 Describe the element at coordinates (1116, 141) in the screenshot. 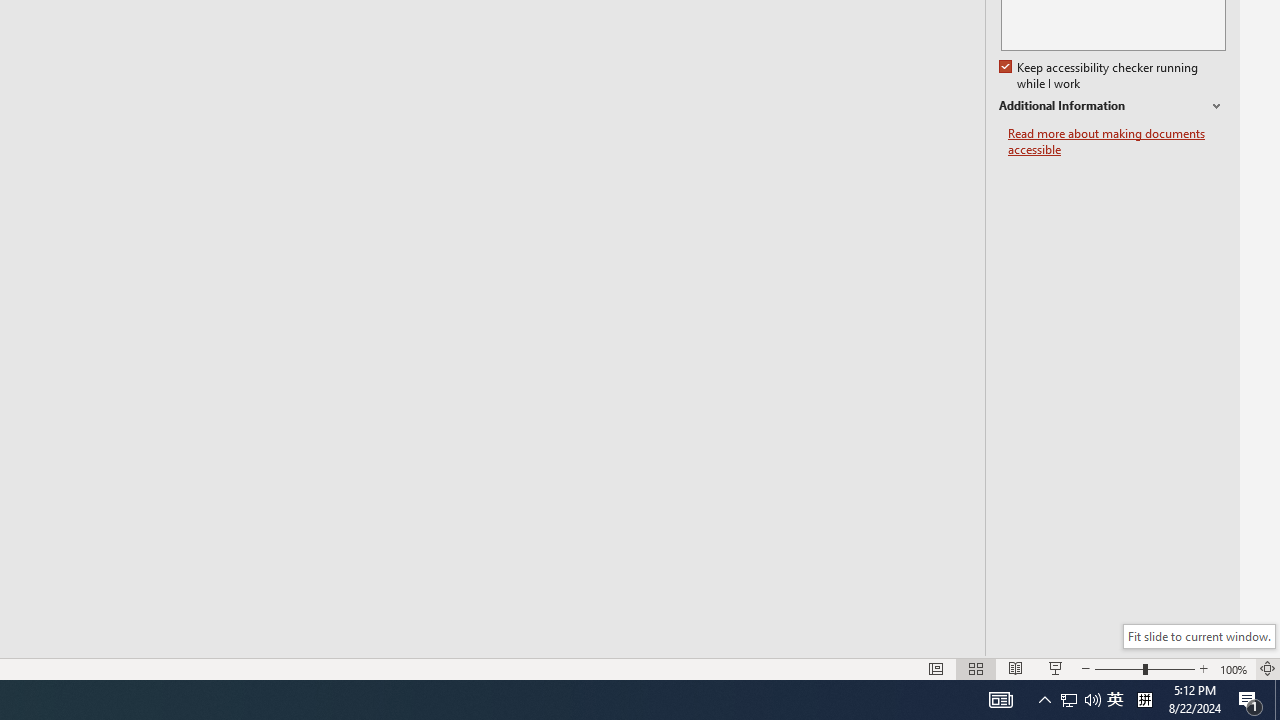

I see `'Read more about making documents accessible'` at that location.